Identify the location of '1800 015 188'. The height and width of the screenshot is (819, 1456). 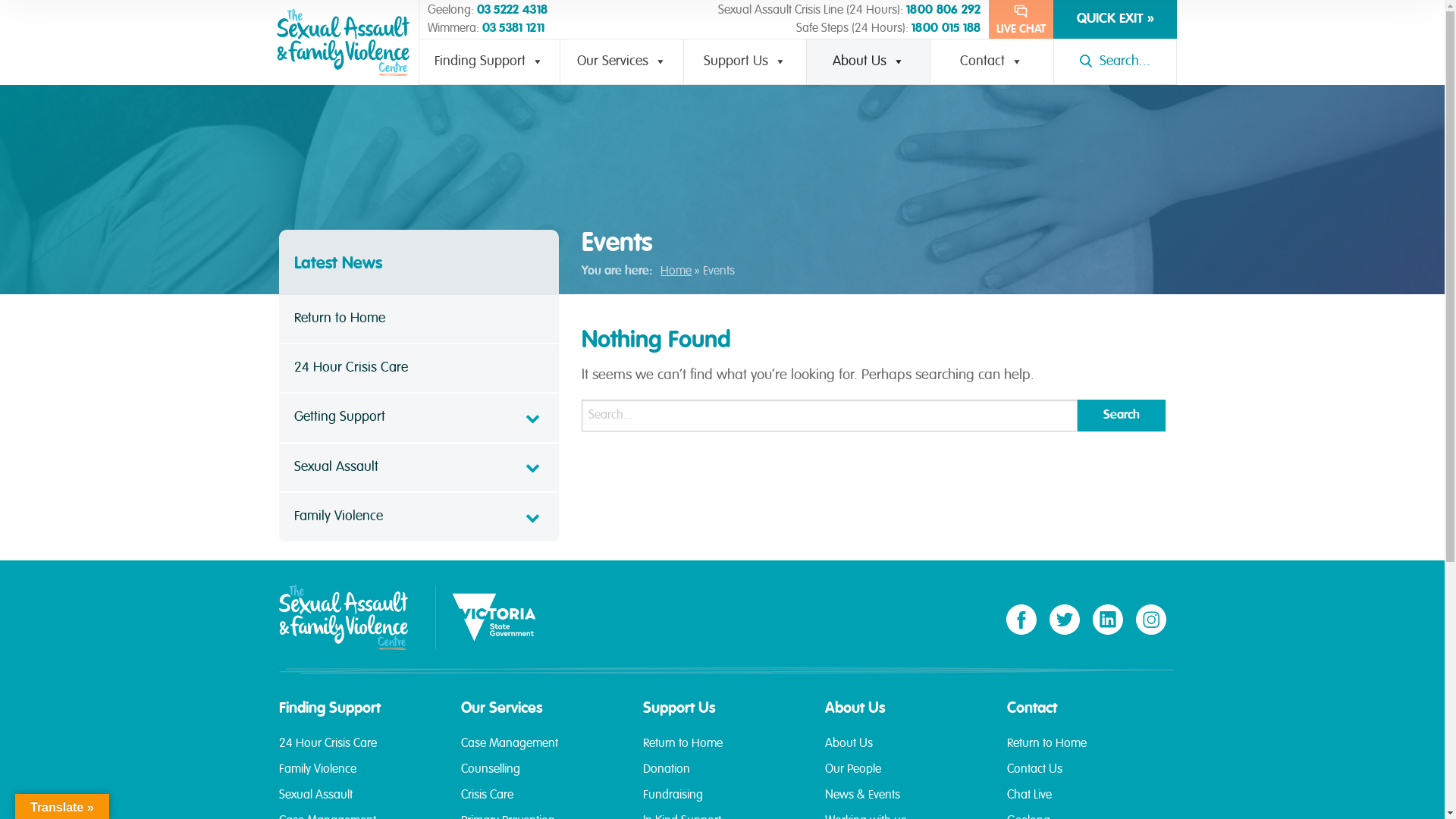
(910, 29).